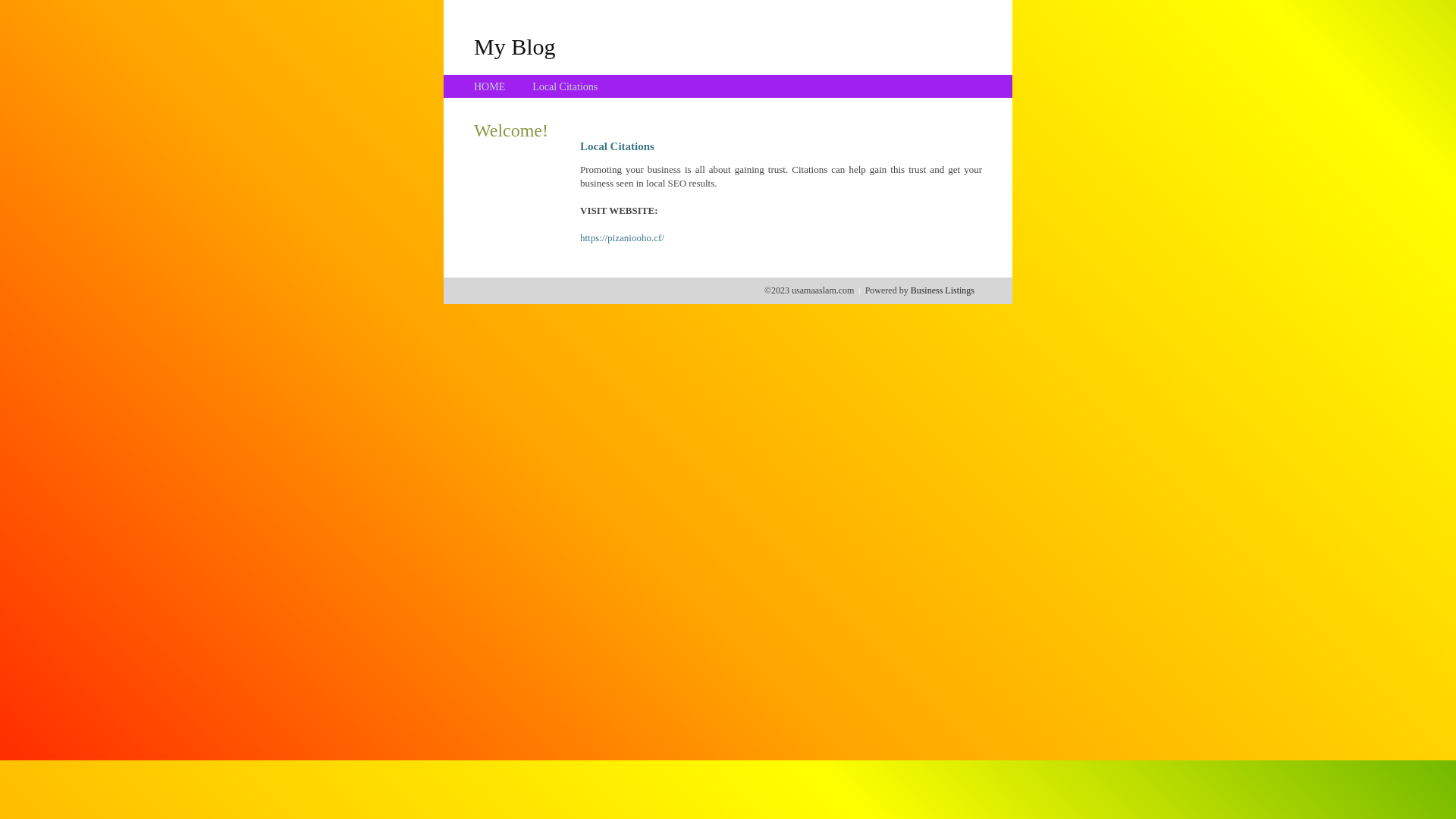  What do you see at coordinates (910, 290) in the screenshot?
I see `'Business Listings'` at bounding box center [910, 290].